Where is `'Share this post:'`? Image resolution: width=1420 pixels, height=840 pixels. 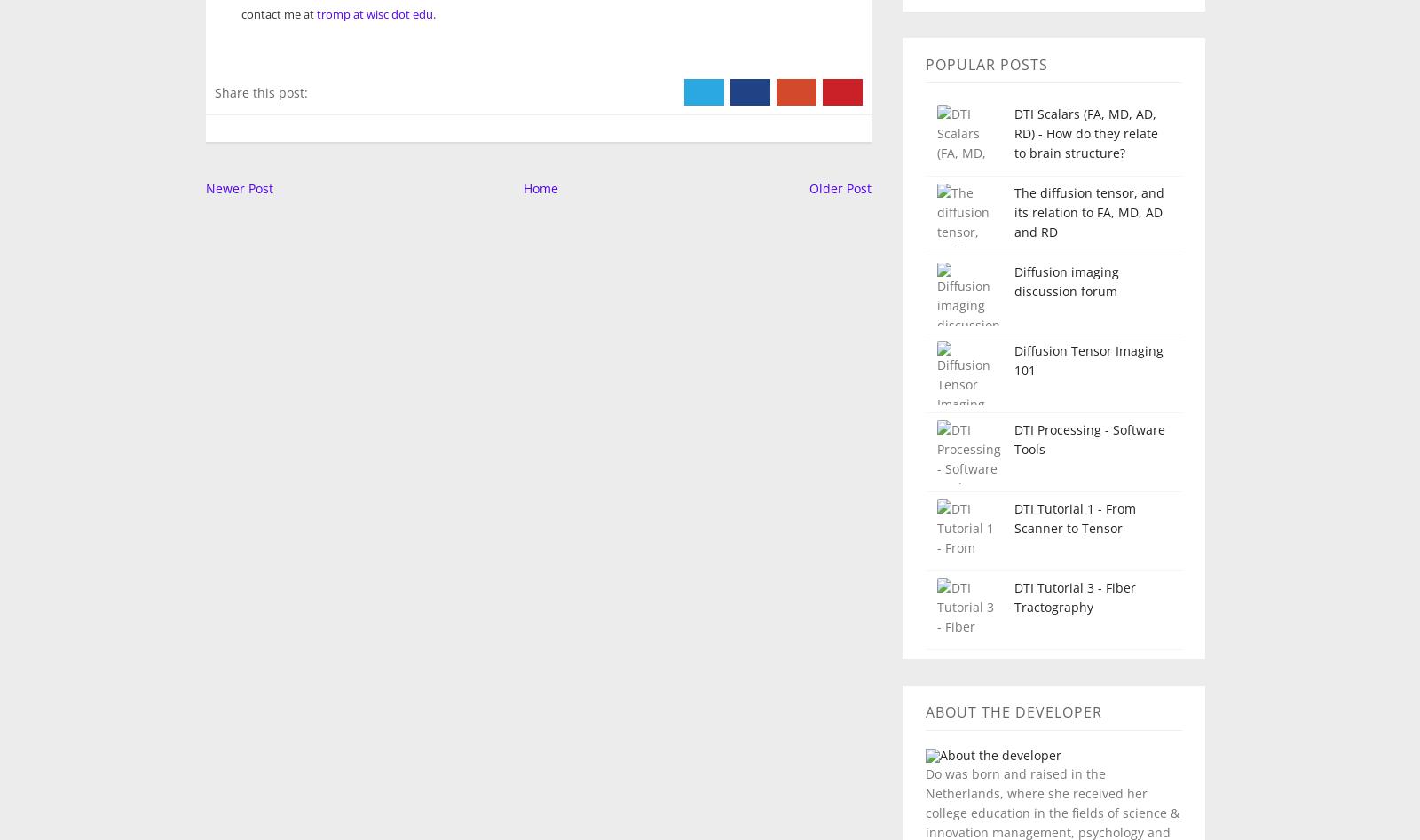
'Share this post:' is located at coordinates (260, 90).